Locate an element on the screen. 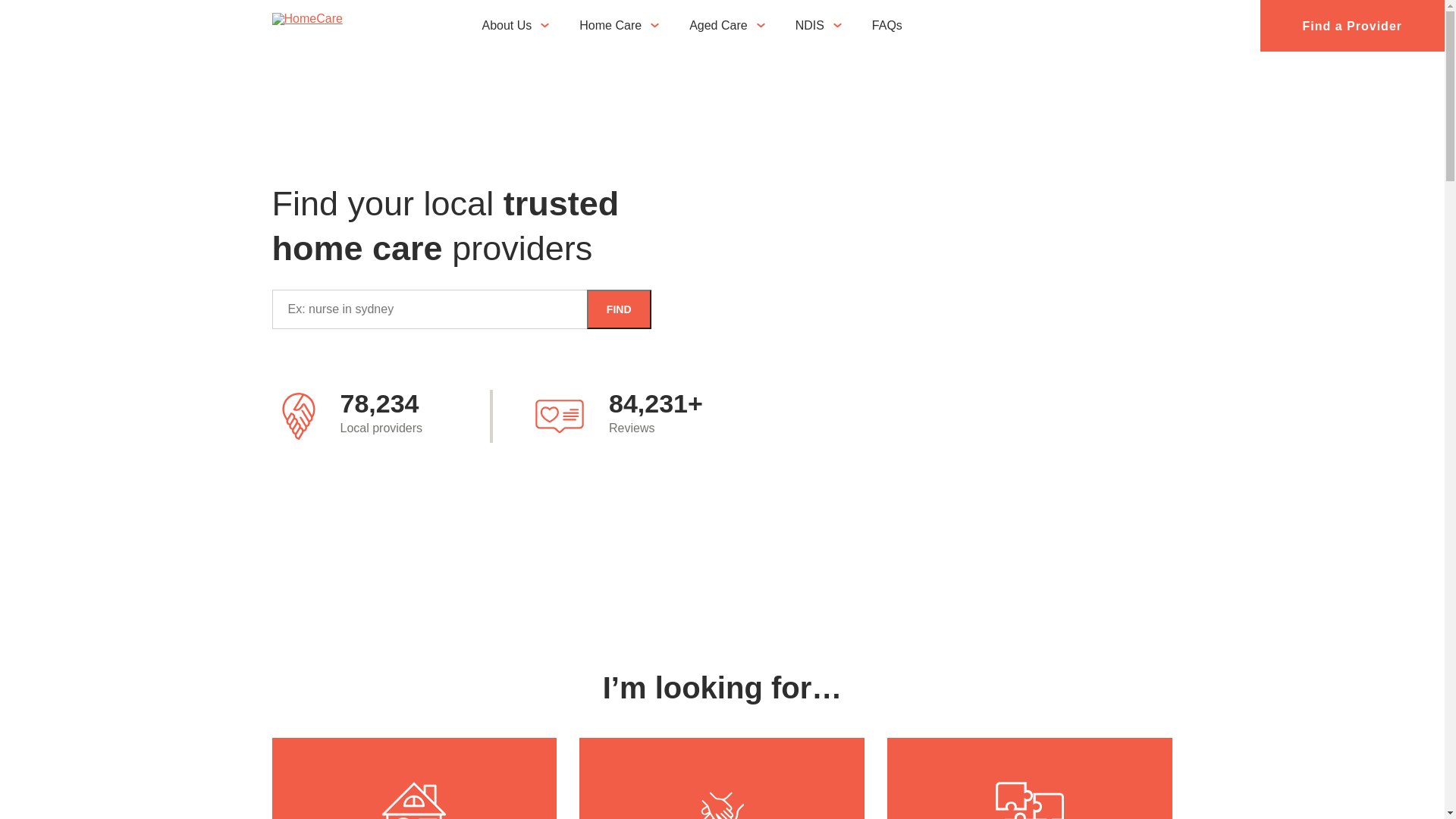 The image size is (1456, 819). 'FIND' is located at coordinates (585, 309).